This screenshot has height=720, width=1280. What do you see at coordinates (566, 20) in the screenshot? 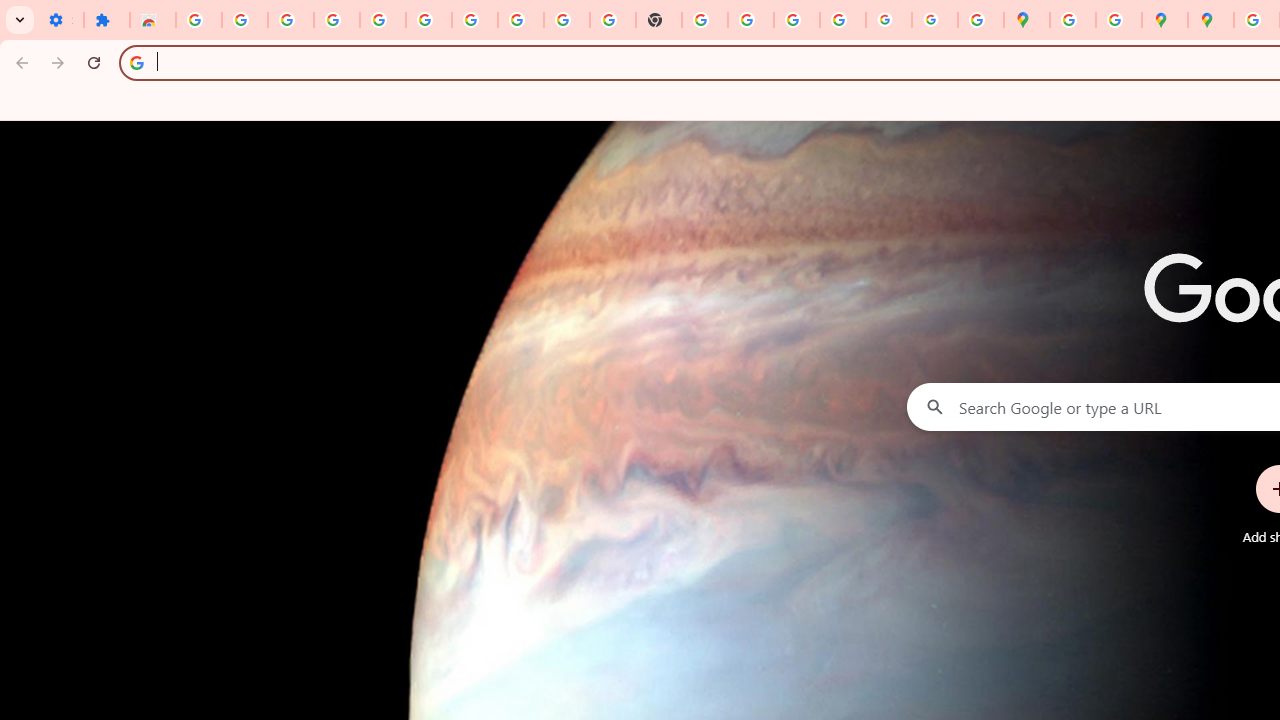
I see `'YouTube'` at bounding box center [566, 20].